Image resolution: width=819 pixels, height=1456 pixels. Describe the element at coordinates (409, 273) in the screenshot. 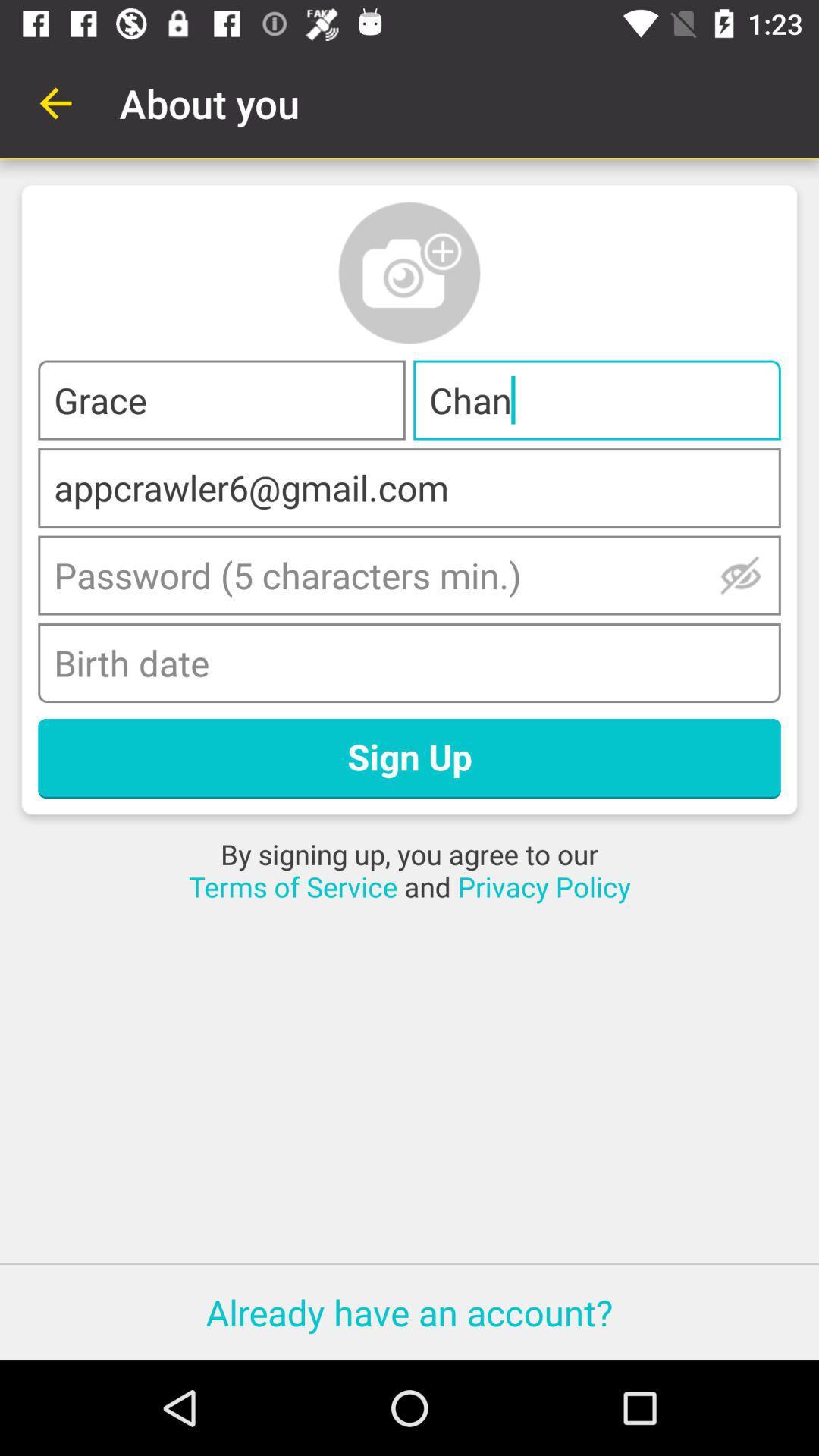

I see `a profile photo` at that location.